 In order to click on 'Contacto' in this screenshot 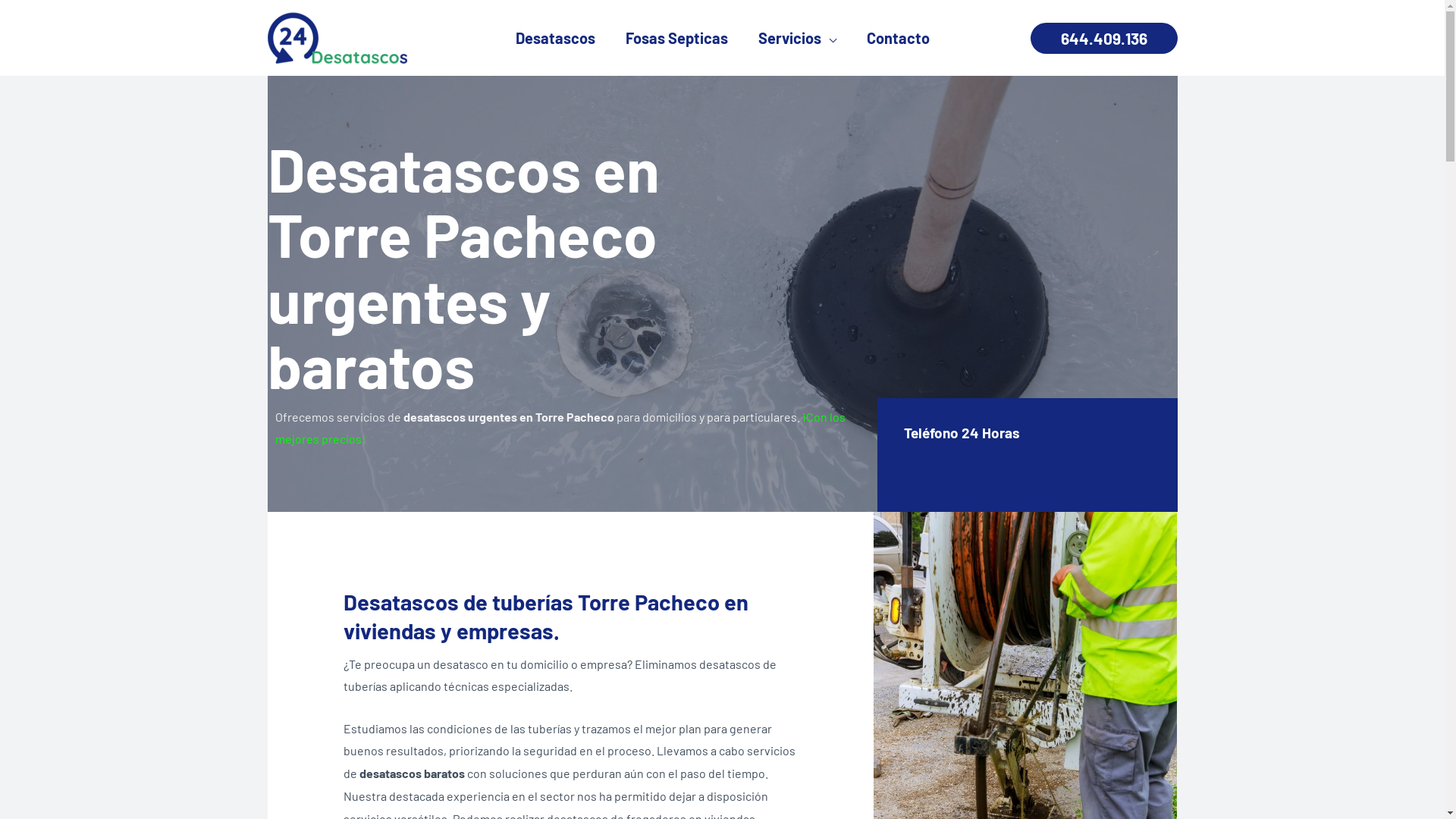, I will do `click(897, 37)`.